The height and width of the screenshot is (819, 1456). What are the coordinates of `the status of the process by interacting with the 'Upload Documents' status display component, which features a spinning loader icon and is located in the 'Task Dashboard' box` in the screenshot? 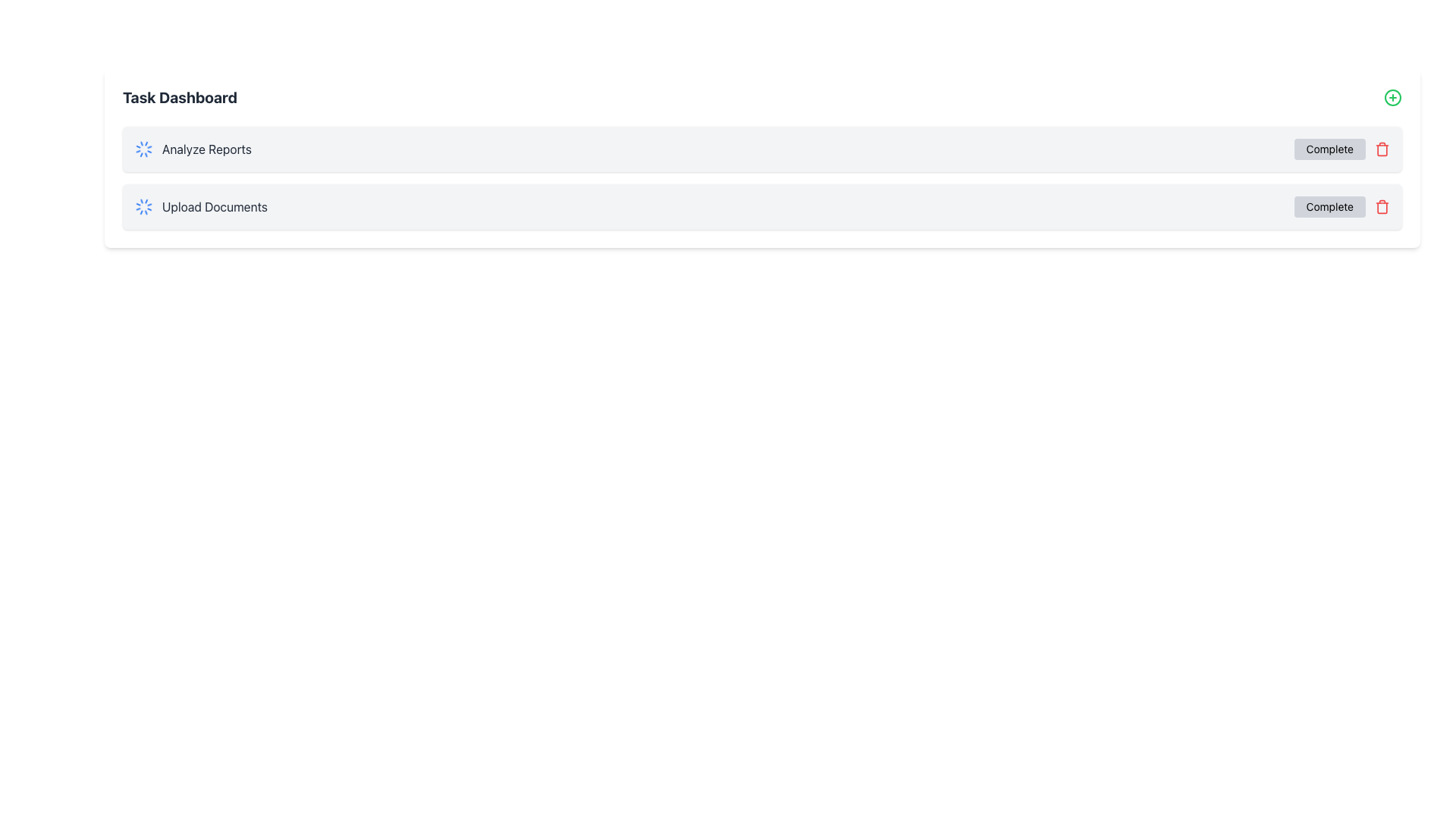 It's located at (200, 207).